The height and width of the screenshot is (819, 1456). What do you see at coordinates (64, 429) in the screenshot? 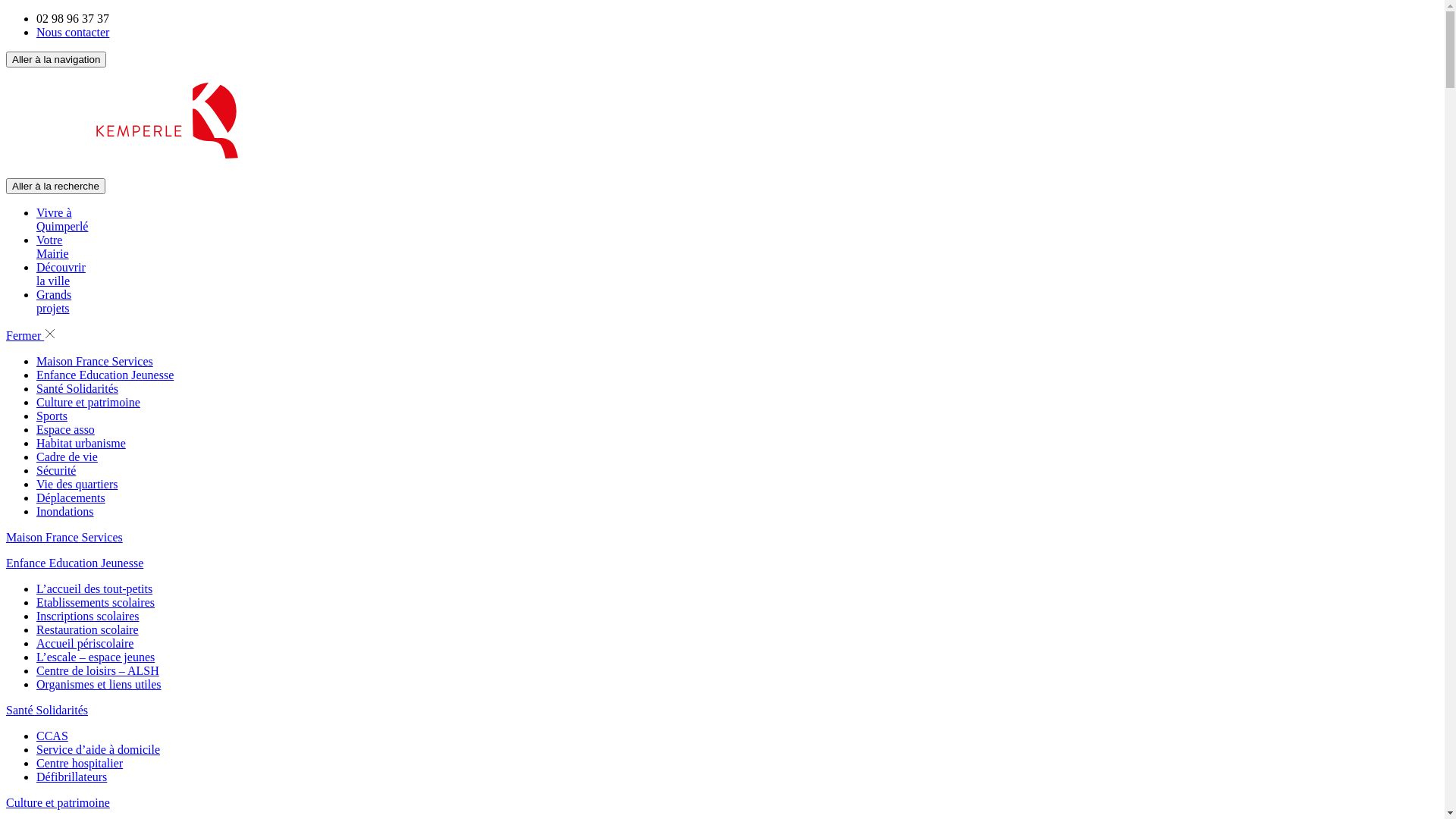
I see `'Espace asso'` at bounding box center [64, 429].